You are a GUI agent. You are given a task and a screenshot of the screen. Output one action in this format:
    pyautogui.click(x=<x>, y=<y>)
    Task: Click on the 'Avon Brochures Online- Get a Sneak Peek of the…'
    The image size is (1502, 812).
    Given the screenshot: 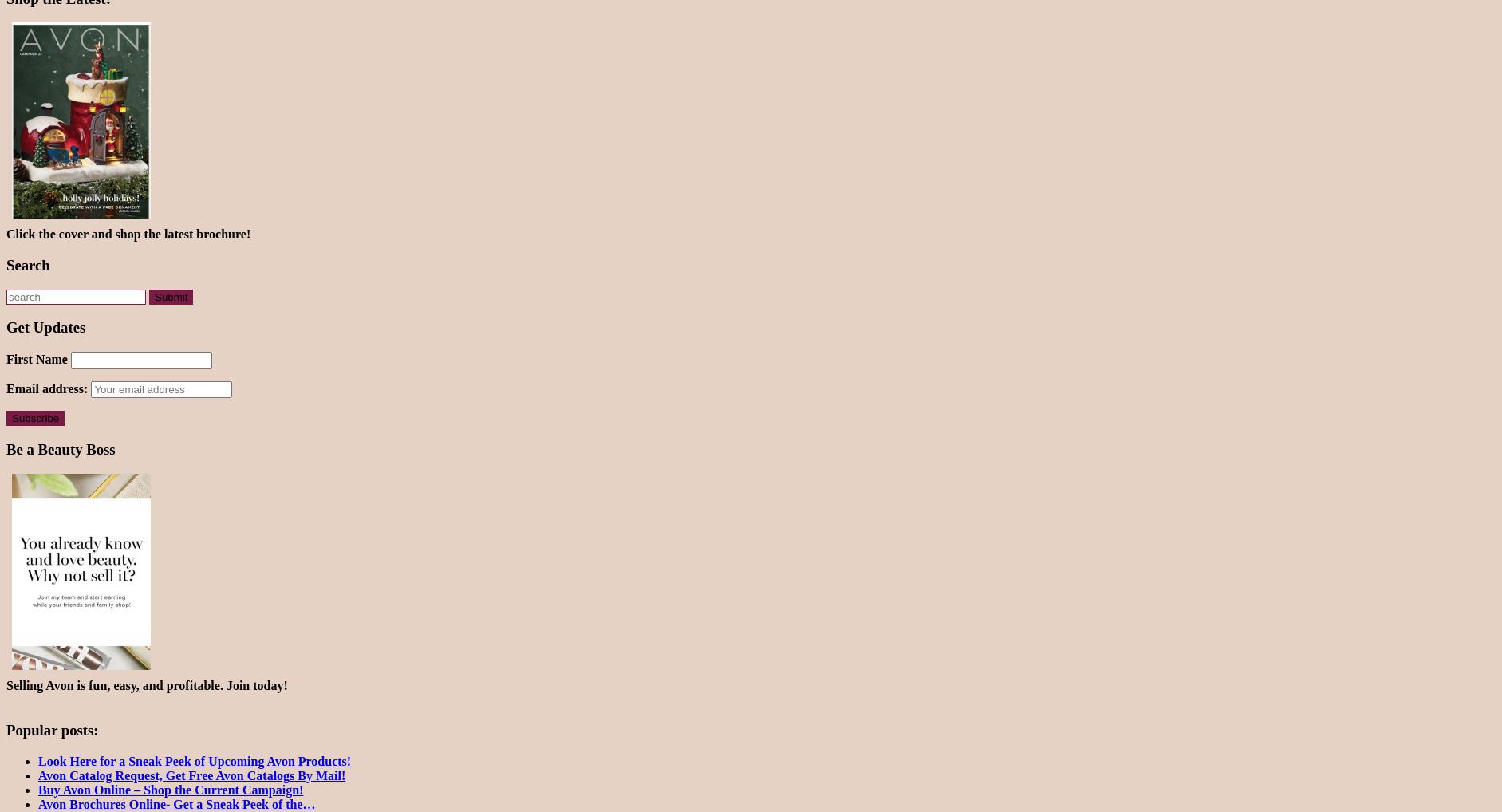 What is the action you would take?
    pyautogui.click(x=176, y=804)
    